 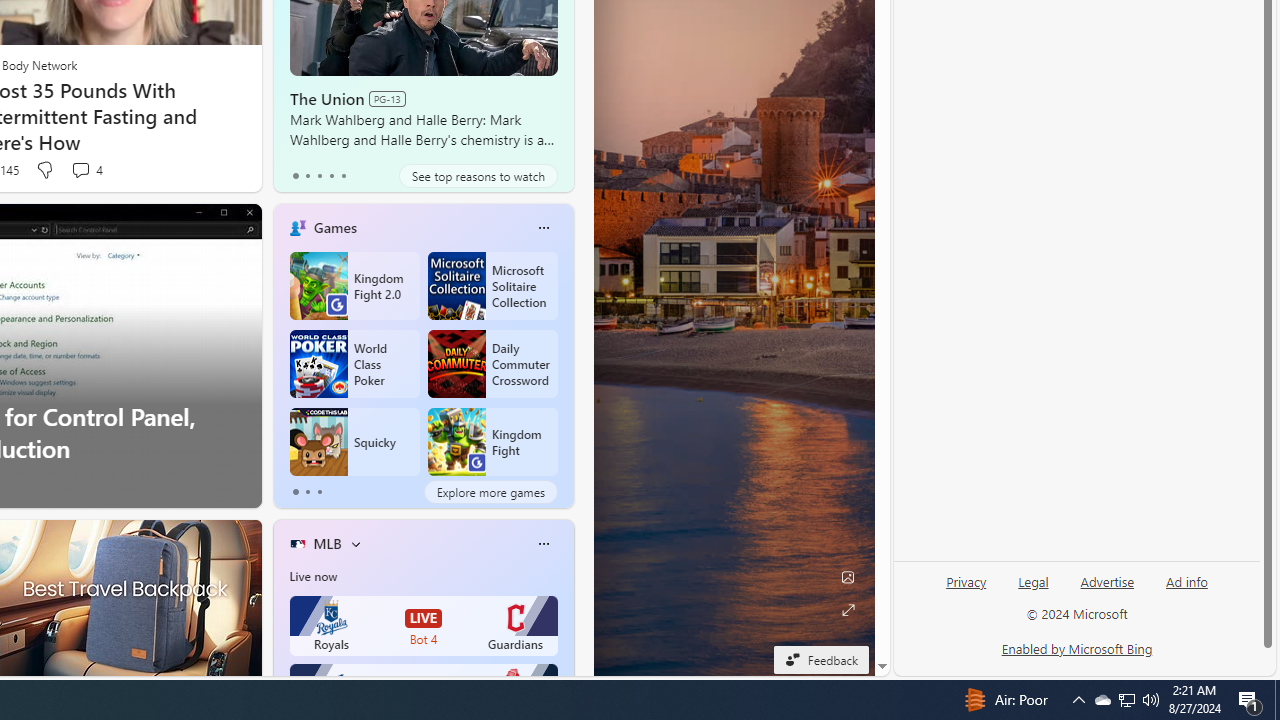 What do you see at coordinates (543, 543) in the screenshot?
I see `'Class: icon-img'` at bounding box center [543, 543].